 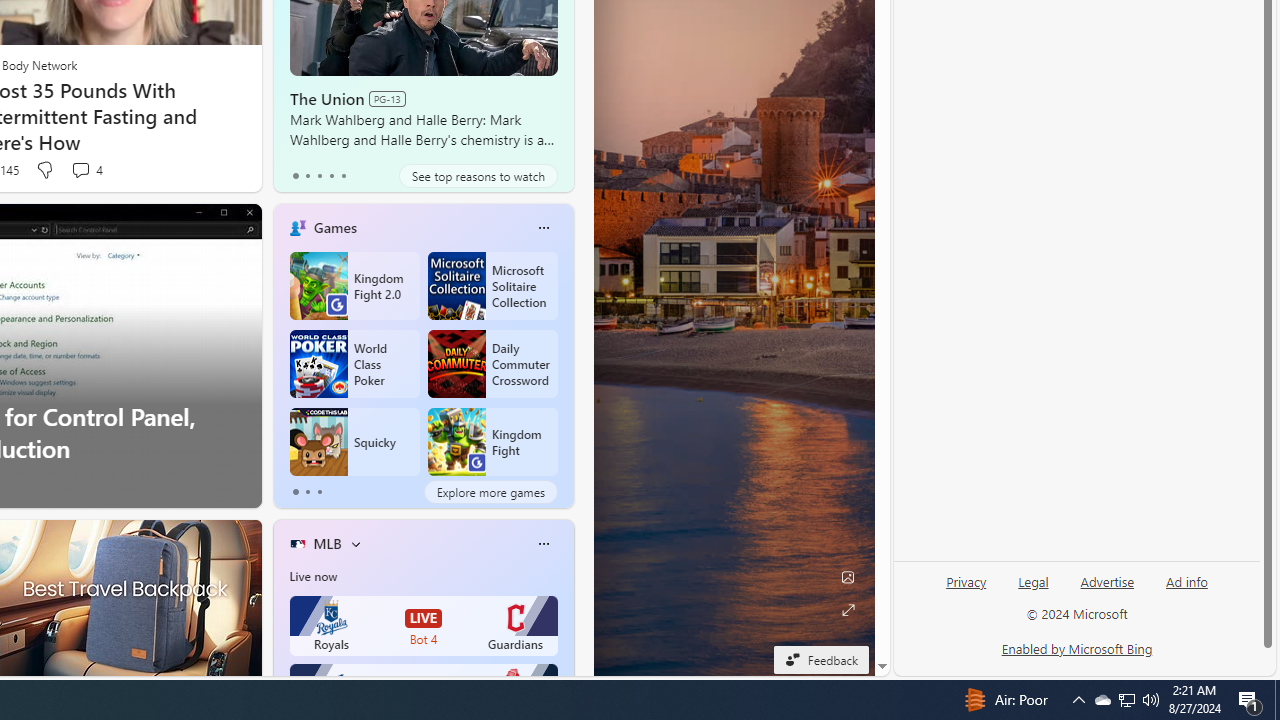 What do you see at coordinates (543, 543) in the screenshot?
I see `'Class: icon-img'` at bounding box center [543, 543].